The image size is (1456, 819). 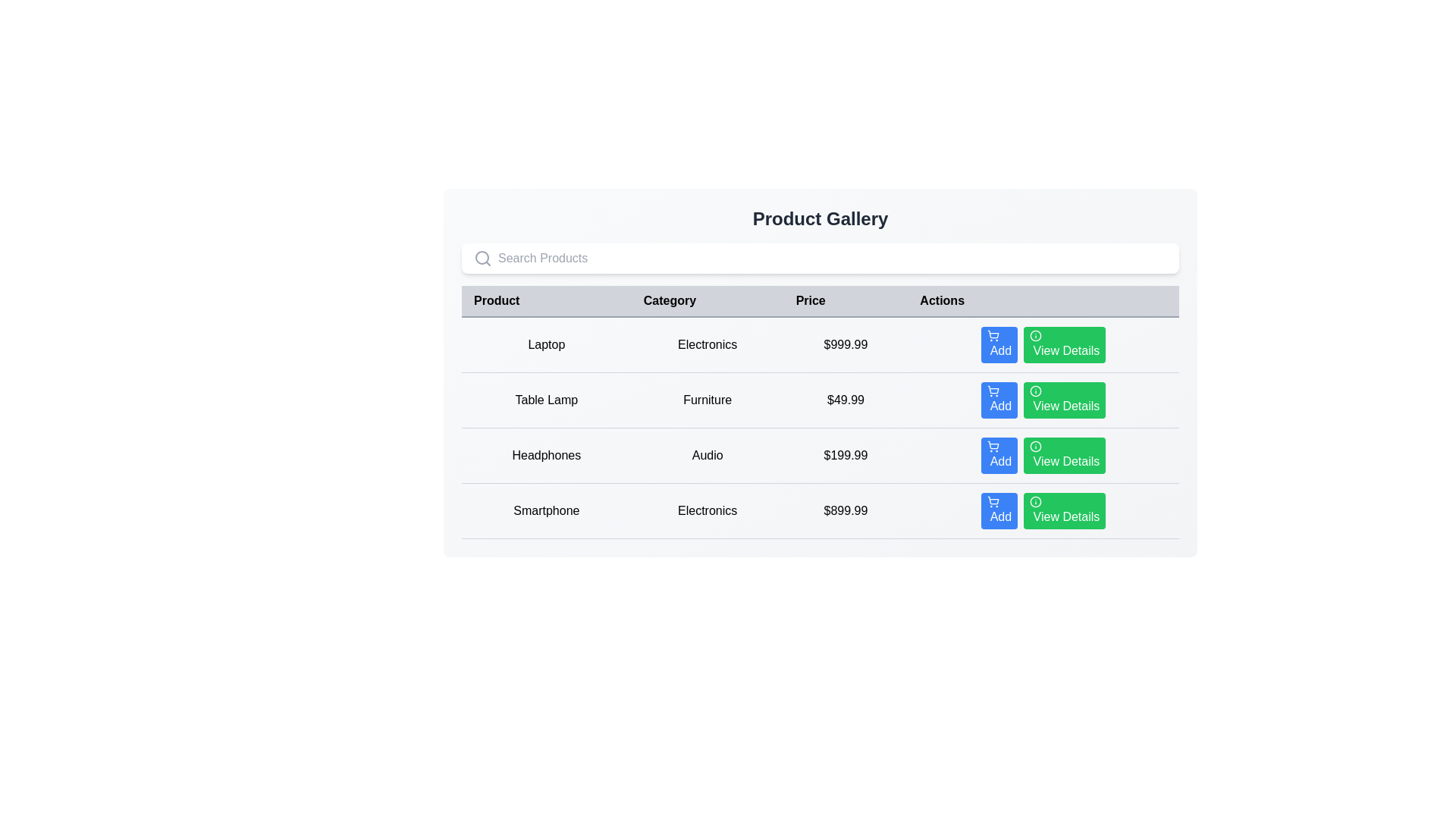 What do you see at coordinates (999, 511) in the screenshot?
I see `the 'Add' button with a rounded blue background and white text, which is located in the 'Actions' column of the last row for the 'Smartphone' product` at bounding box center [999, 511].